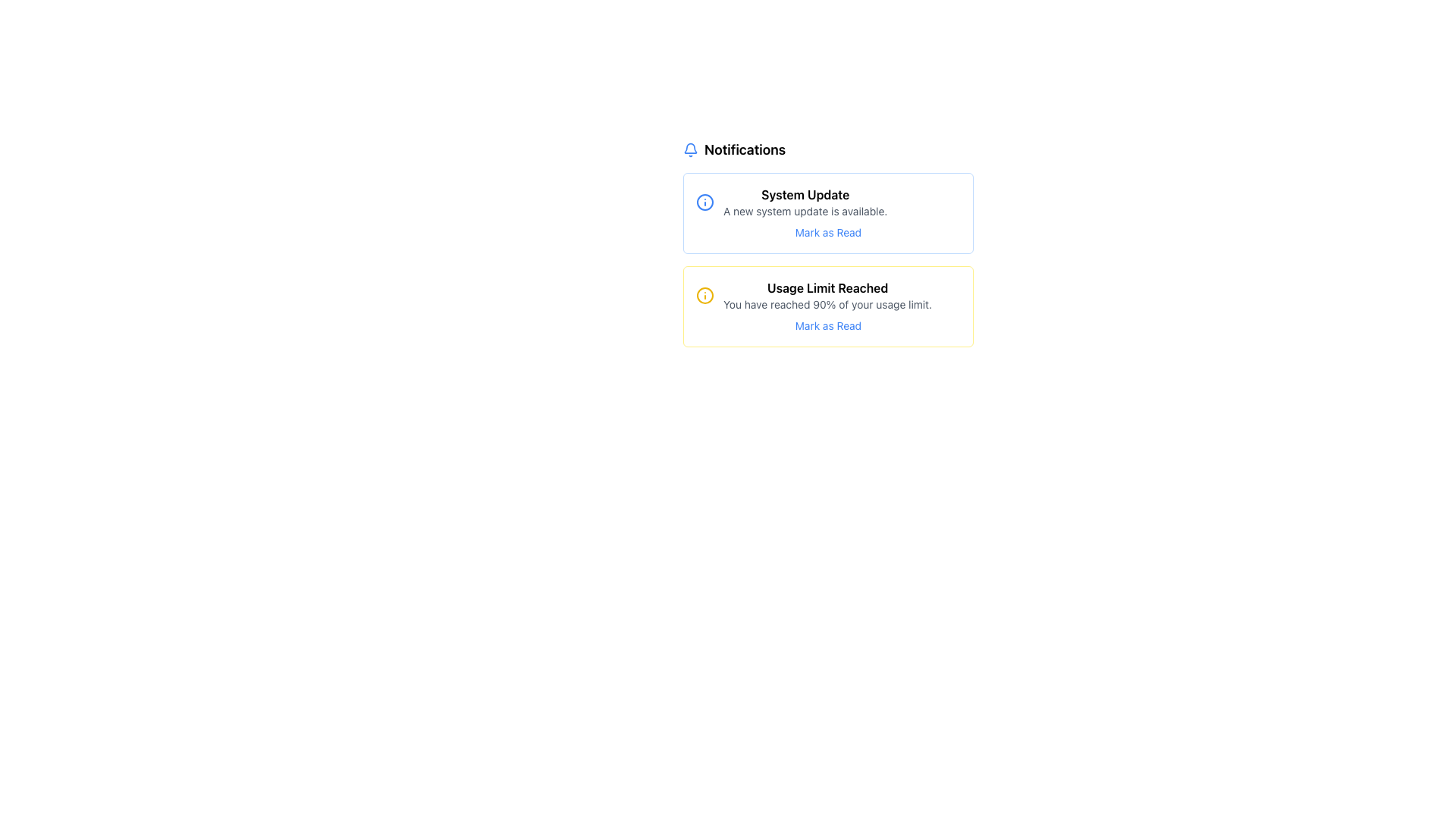  I want to click on the bold text 'System Update' located at the top of the notification card with light blue borders, so click(805, 194).